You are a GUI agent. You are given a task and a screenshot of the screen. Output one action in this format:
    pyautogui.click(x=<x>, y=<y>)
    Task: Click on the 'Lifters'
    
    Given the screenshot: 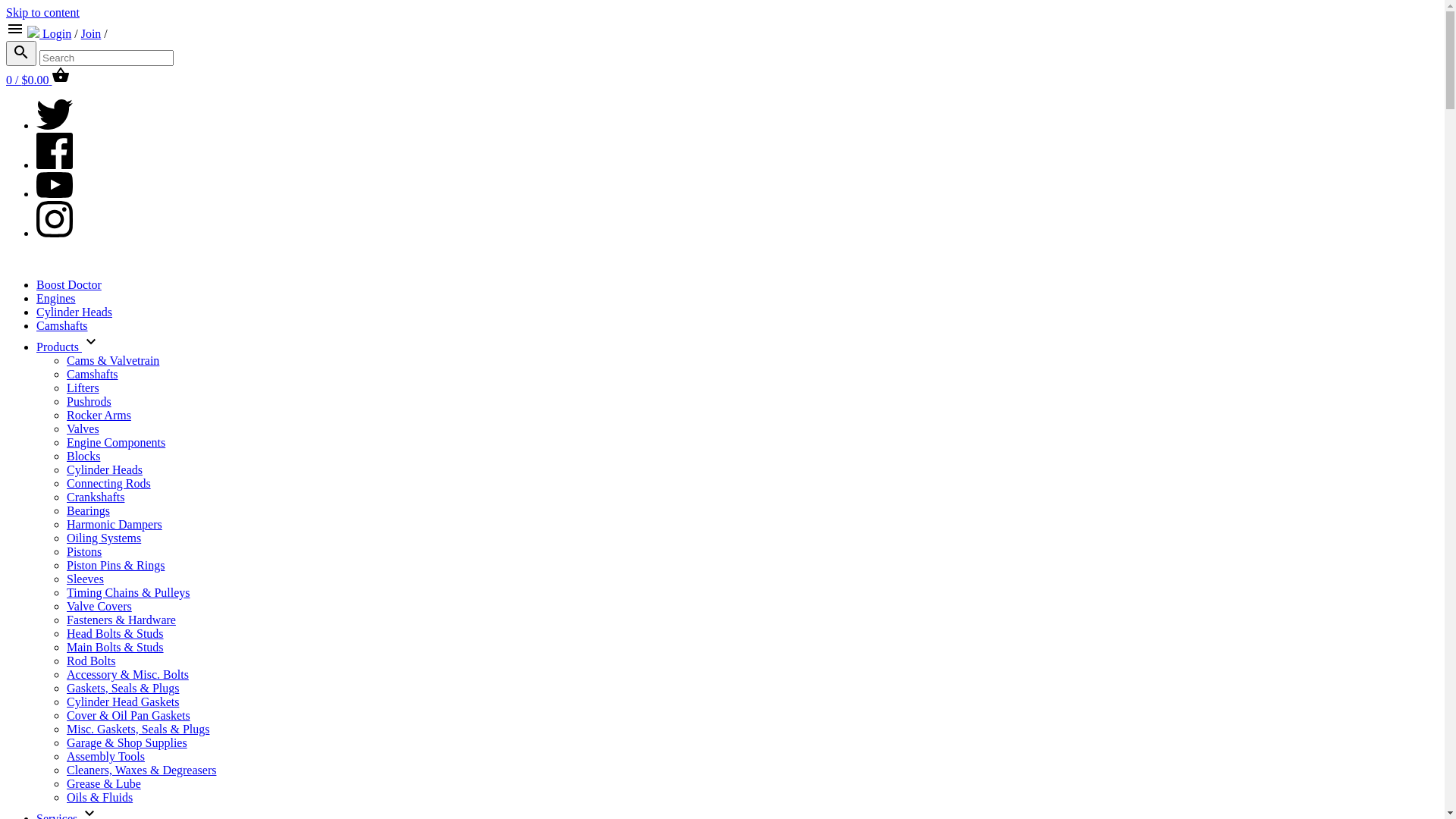 What is the action you would take?
    pyautogui.click(x=65, y=387)
    